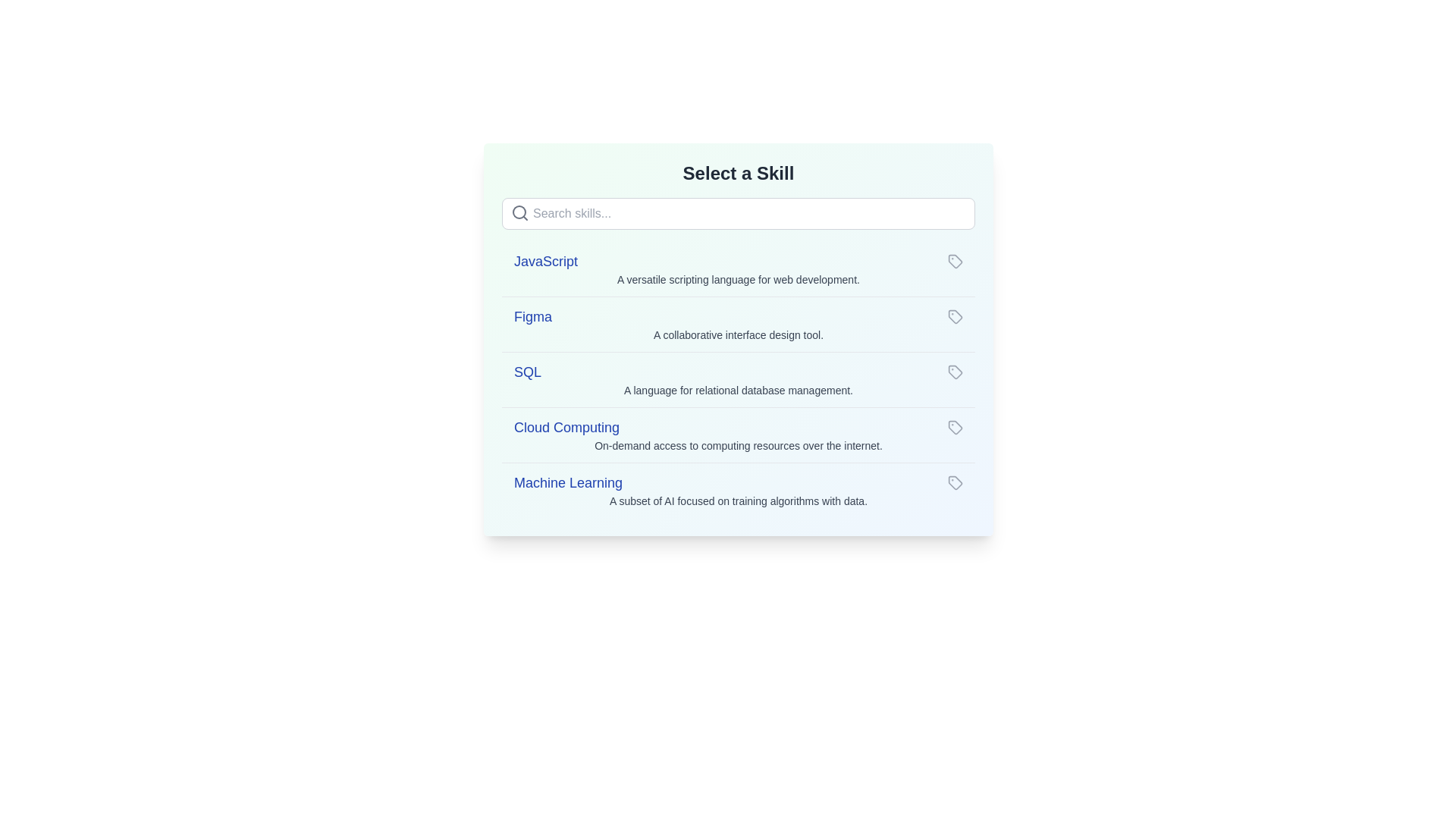 The image size is (1456, 819). Describe the element at coordinates (954, 315) in the screenshot. I see `the Tag Icon, which is a sharp rectangular icon with a pointed corner, located to the far-right of the 'Figma' list entry and vertically centered within the entry row` at that location.